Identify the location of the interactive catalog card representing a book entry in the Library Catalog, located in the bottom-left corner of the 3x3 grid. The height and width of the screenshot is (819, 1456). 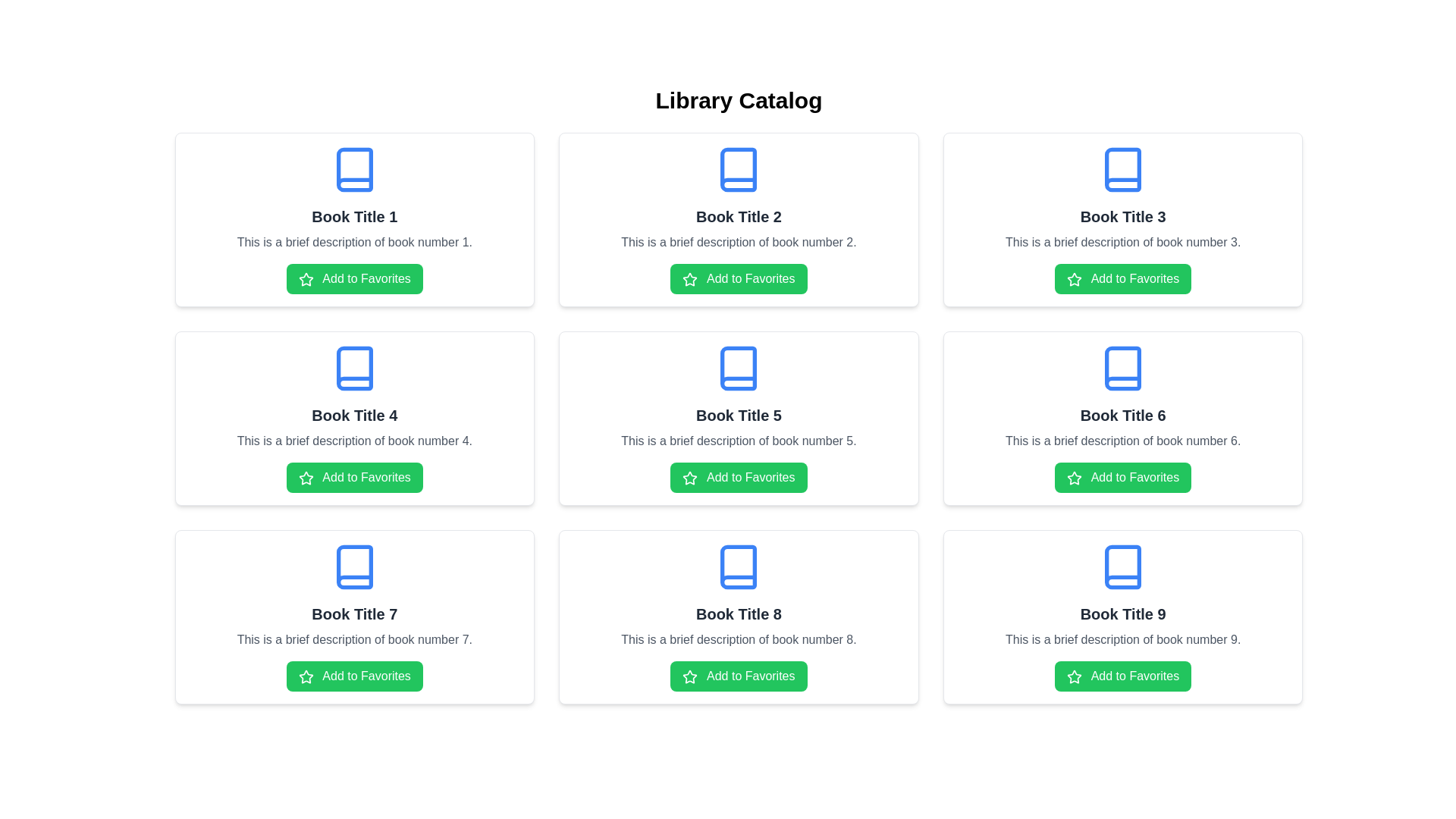
(353, 617).